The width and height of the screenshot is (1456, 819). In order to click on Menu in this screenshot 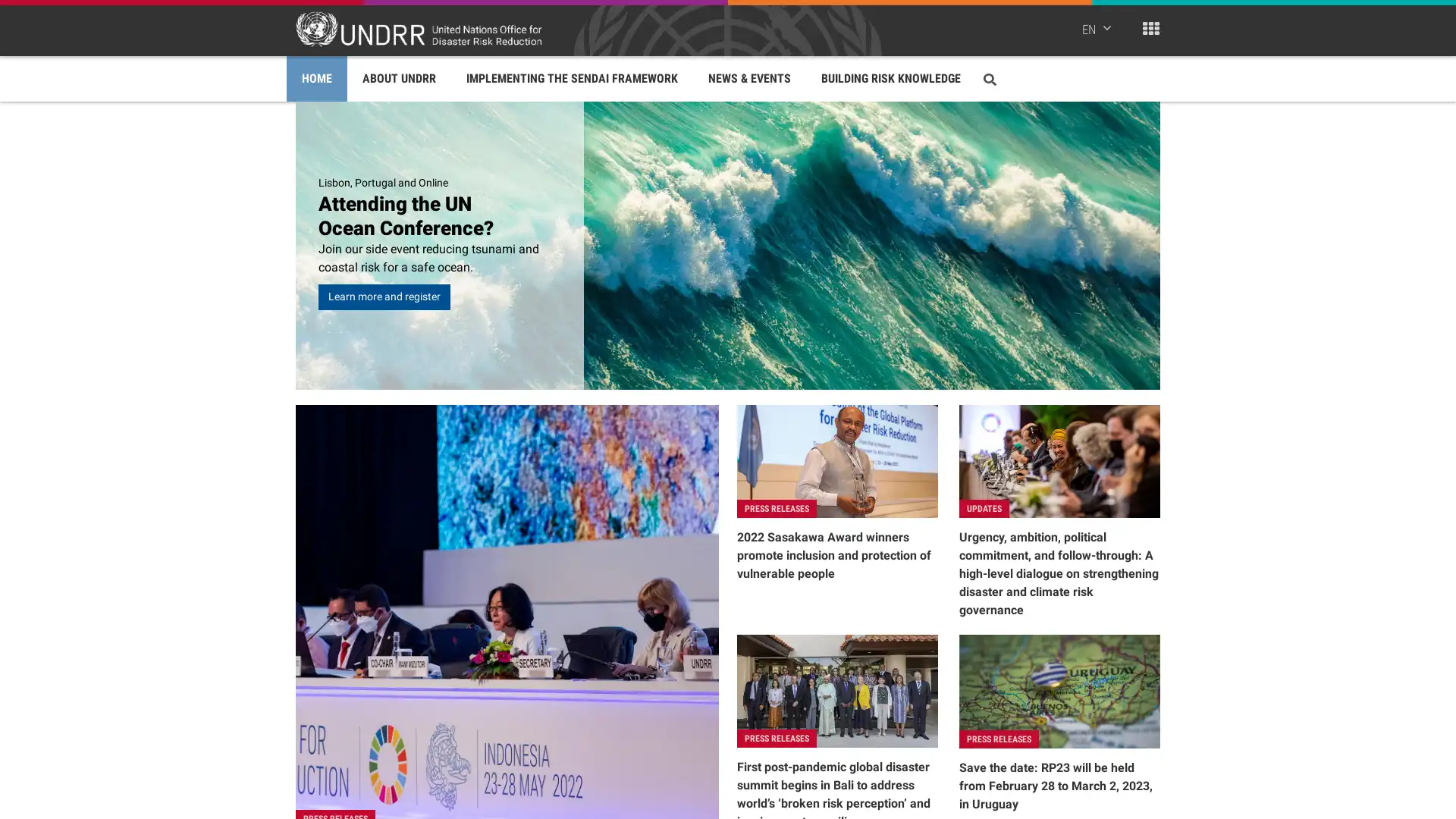, I will do `click(1150, 28)`.